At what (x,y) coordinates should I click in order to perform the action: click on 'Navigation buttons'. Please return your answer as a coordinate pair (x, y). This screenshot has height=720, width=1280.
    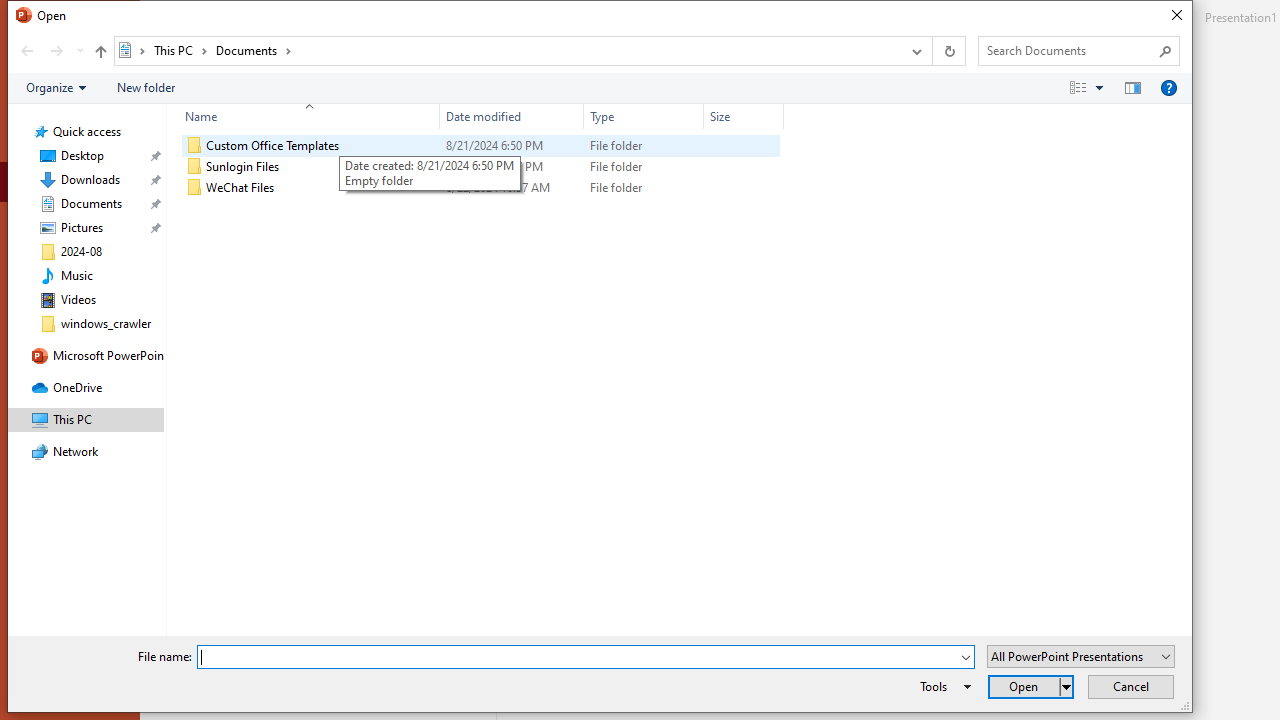
    Looking at the image, I should click on (50, 50).